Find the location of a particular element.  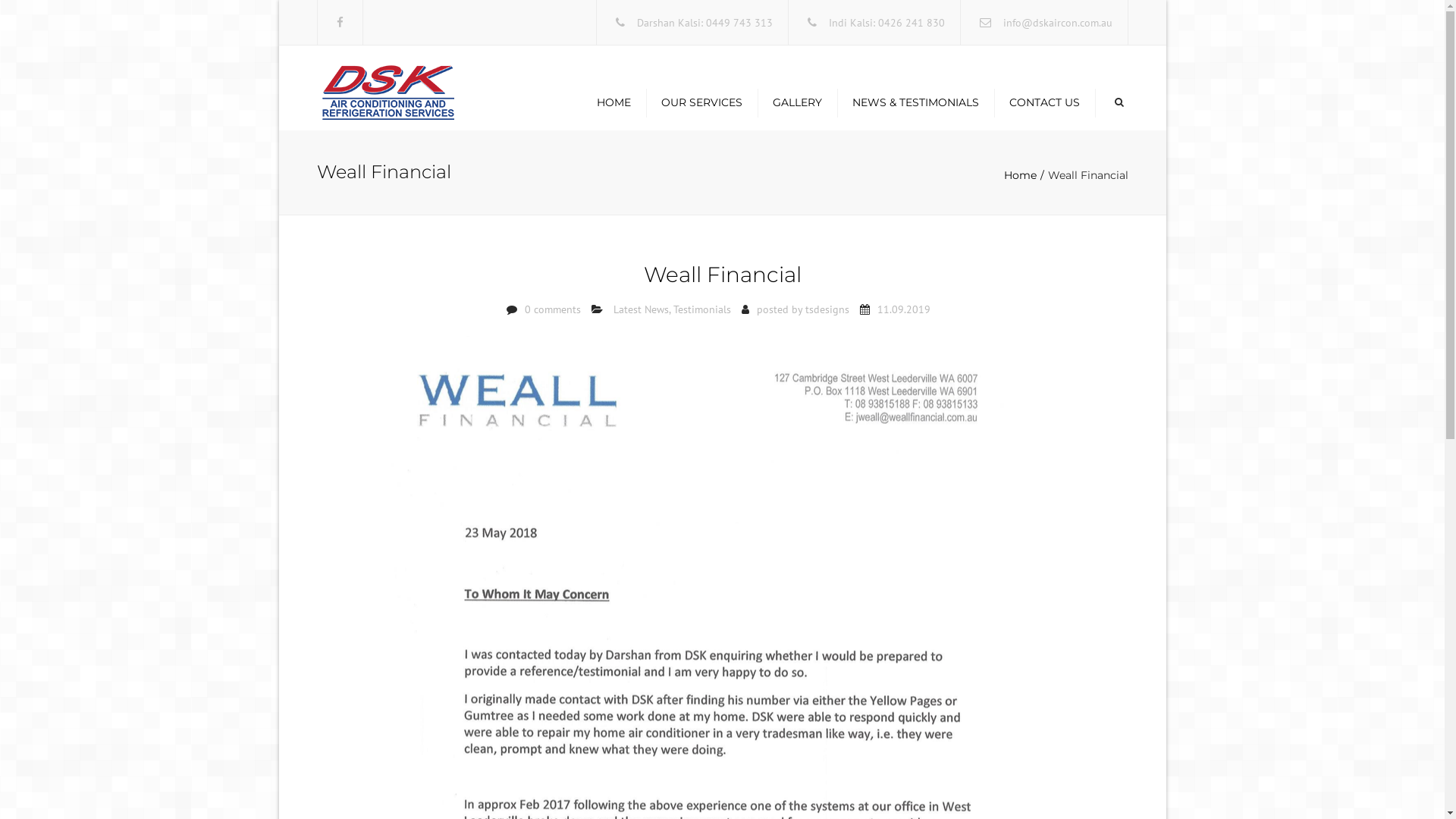

'HOME' is located at coordinates (613, 102).